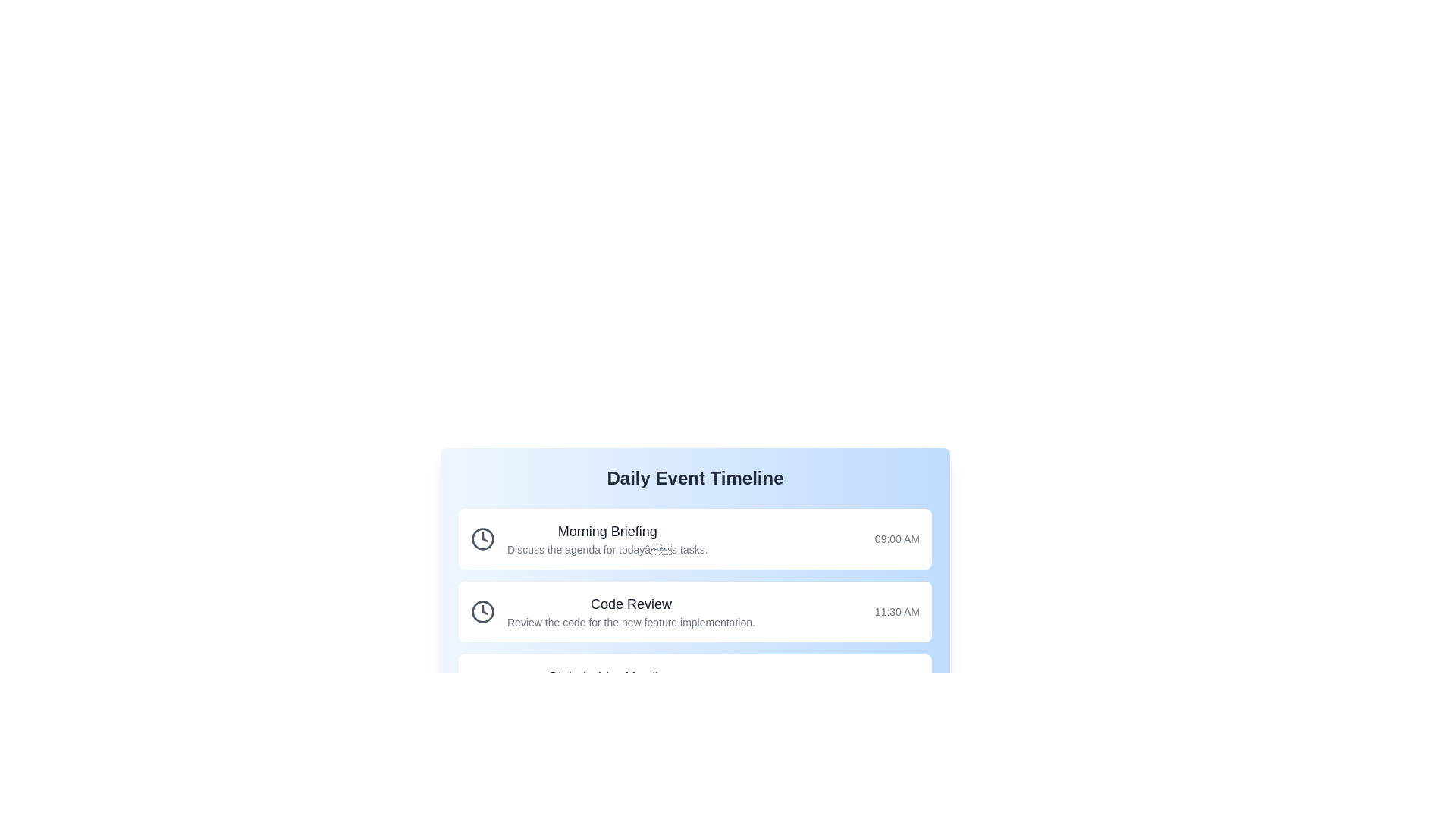 Image resolution: width=1456 pixels, height=819 pixels. I want to click on the icon associated with the event titled Stakeholder Meeting, so click(482, 684).